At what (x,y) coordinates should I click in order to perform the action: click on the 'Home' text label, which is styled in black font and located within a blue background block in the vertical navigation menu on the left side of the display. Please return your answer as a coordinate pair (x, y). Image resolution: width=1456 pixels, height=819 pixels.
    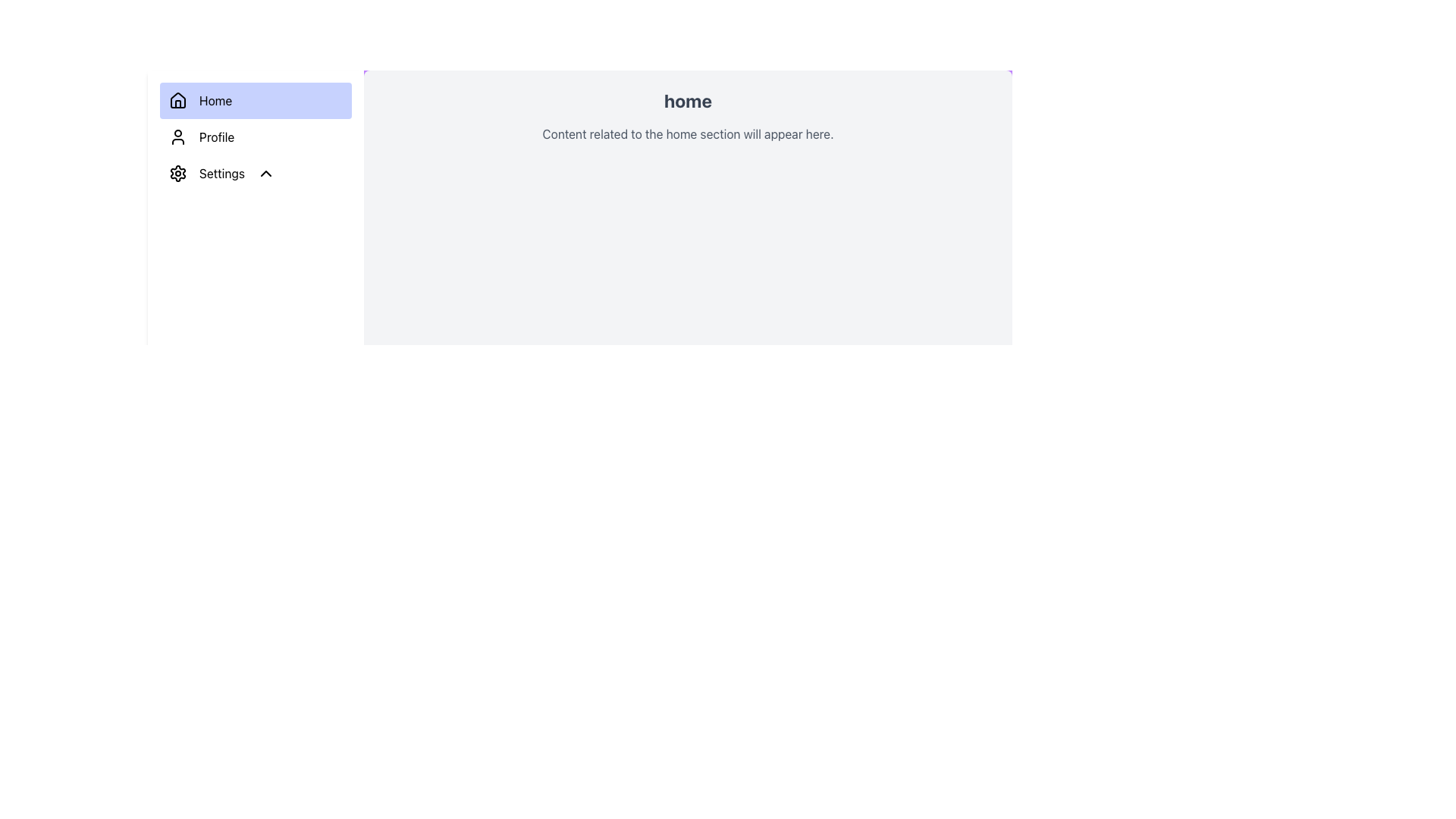
    Looking at the image, I should click on (215, 100).